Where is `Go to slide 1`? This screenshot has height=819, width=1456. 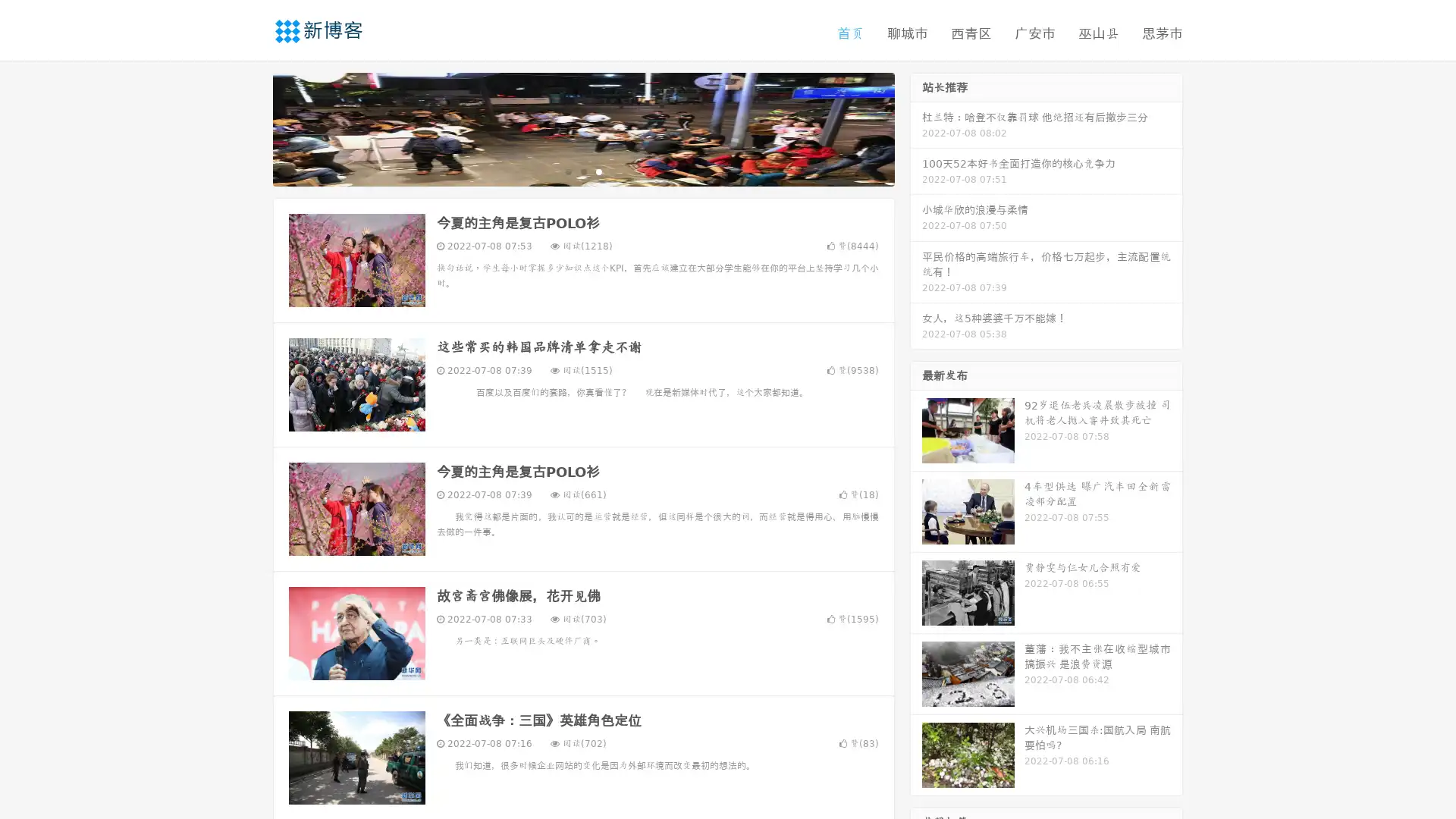
Go to slide 1 is located at coordinates (567, 171).